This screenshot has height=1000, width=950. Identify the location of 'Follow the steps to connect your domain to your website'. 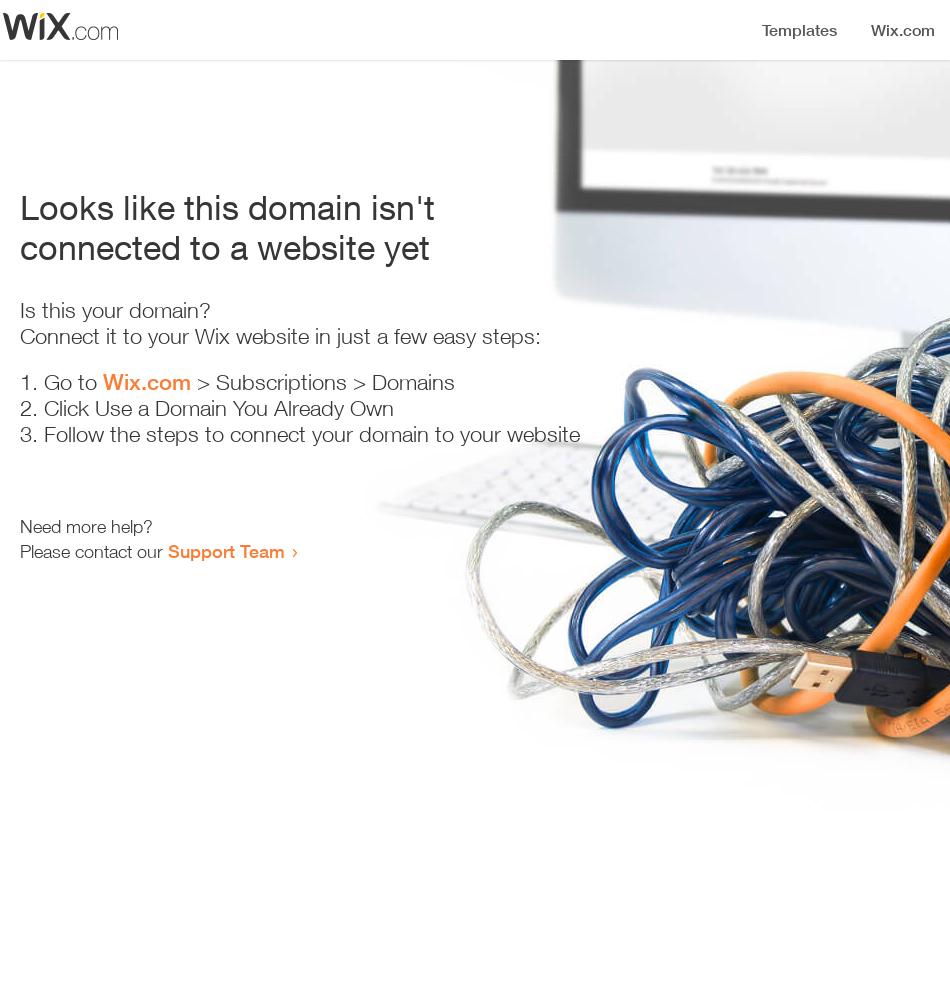
(310, 434).